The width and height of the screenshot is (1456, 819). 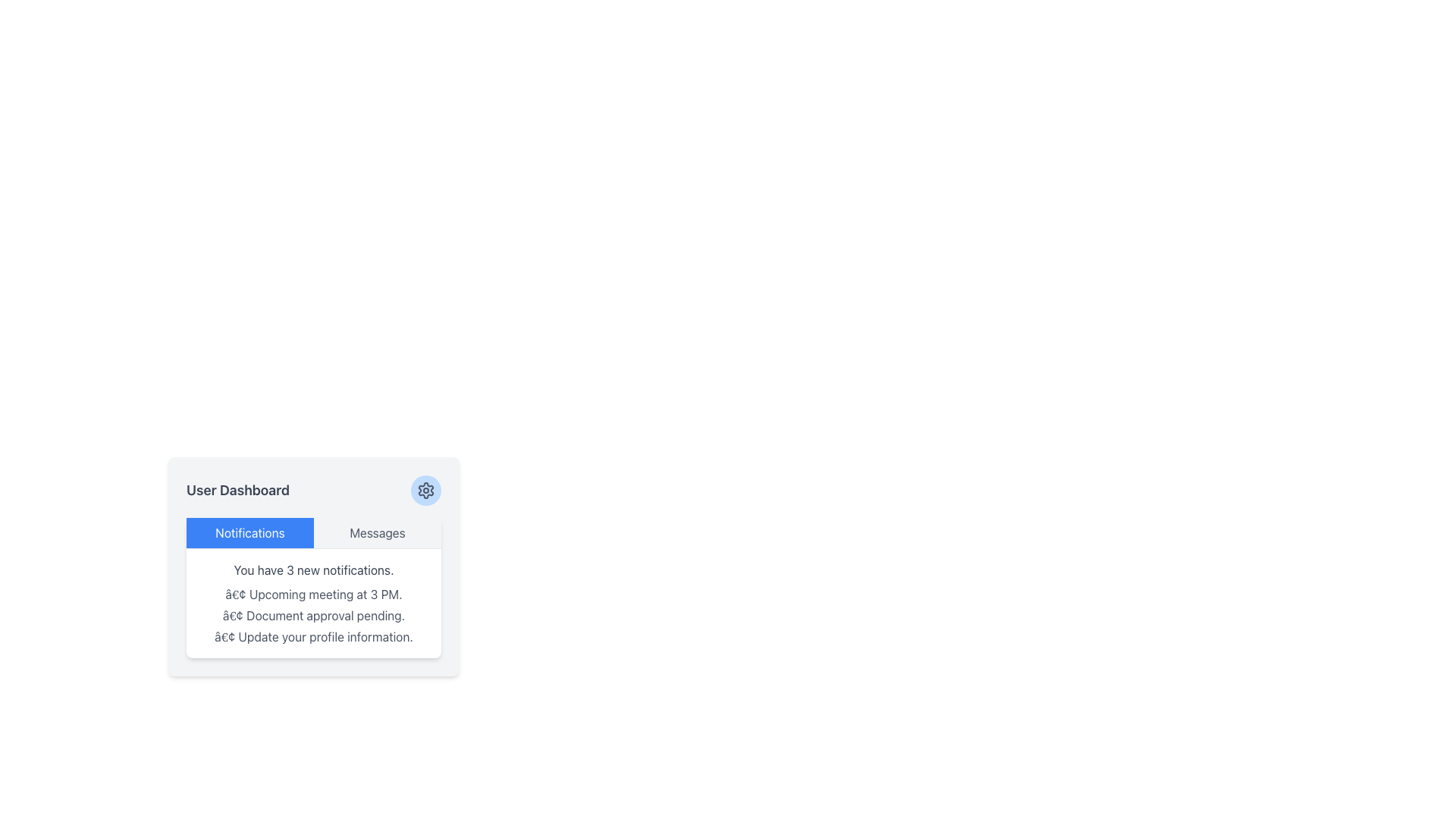 I want to click on the 'Notifications' tab button located, so click(x=250, y=532).